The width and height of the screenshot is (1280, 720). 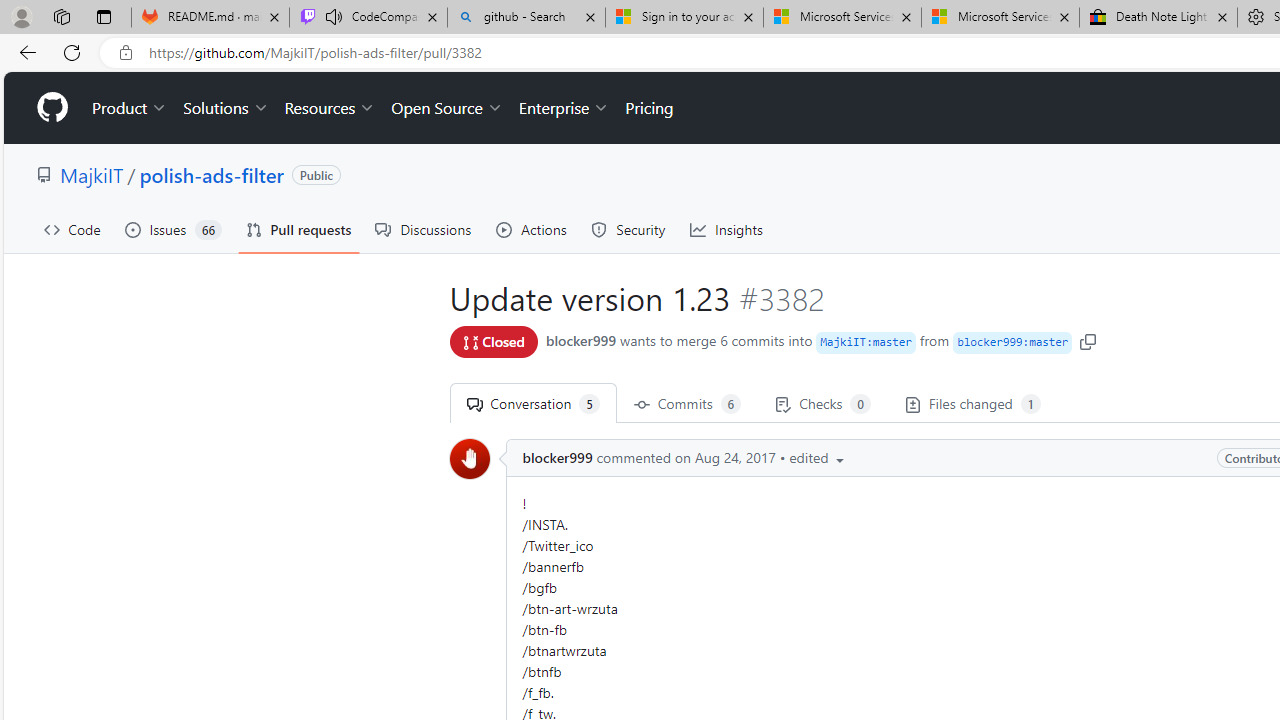 I want to click on 'Pull requests', so click(x=297, y=229).